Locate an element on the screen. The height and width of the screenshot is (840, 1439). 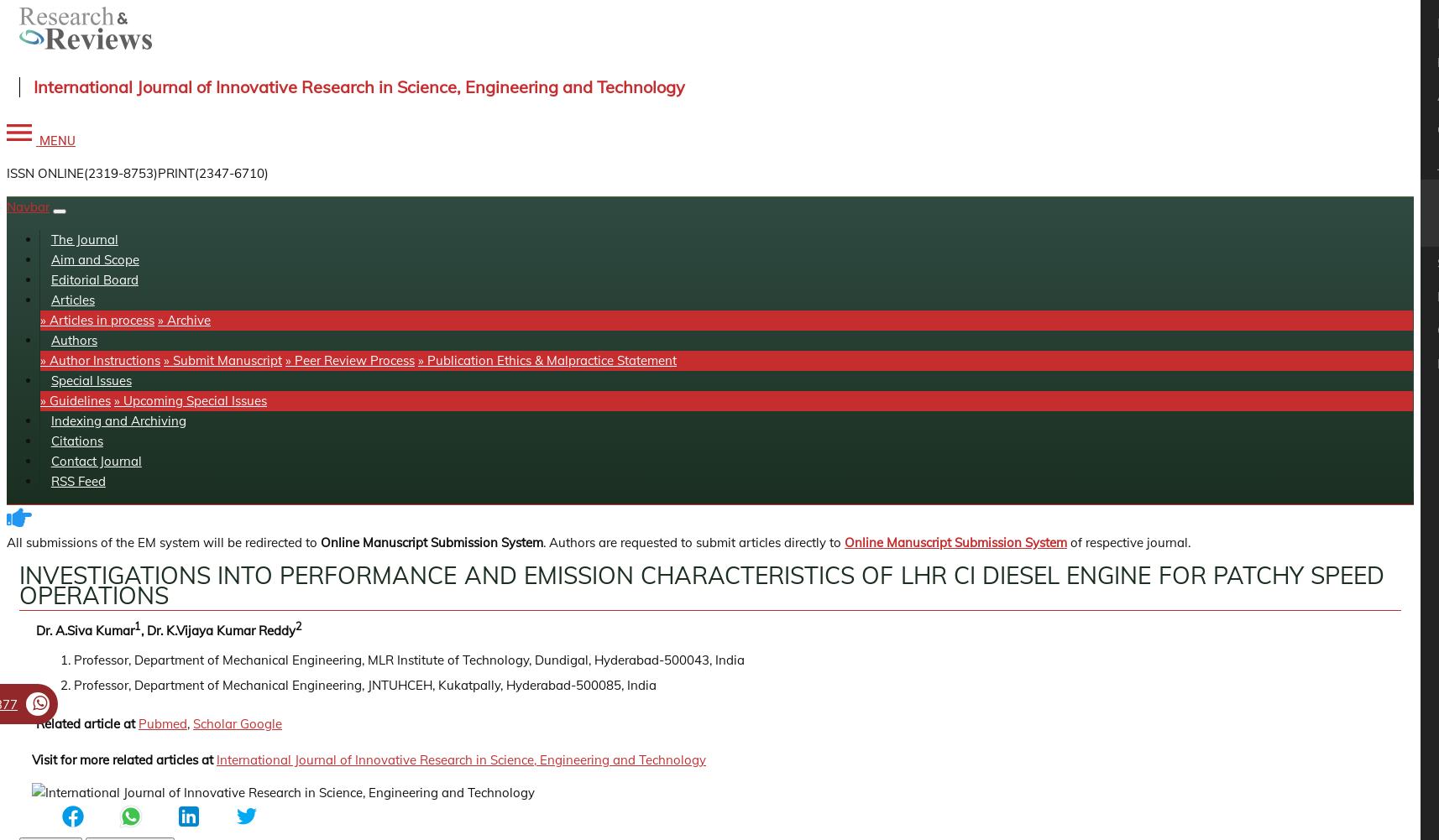
', Dr. K.Vijaya Kumar Reddy' is located at coordinates (218, 630).